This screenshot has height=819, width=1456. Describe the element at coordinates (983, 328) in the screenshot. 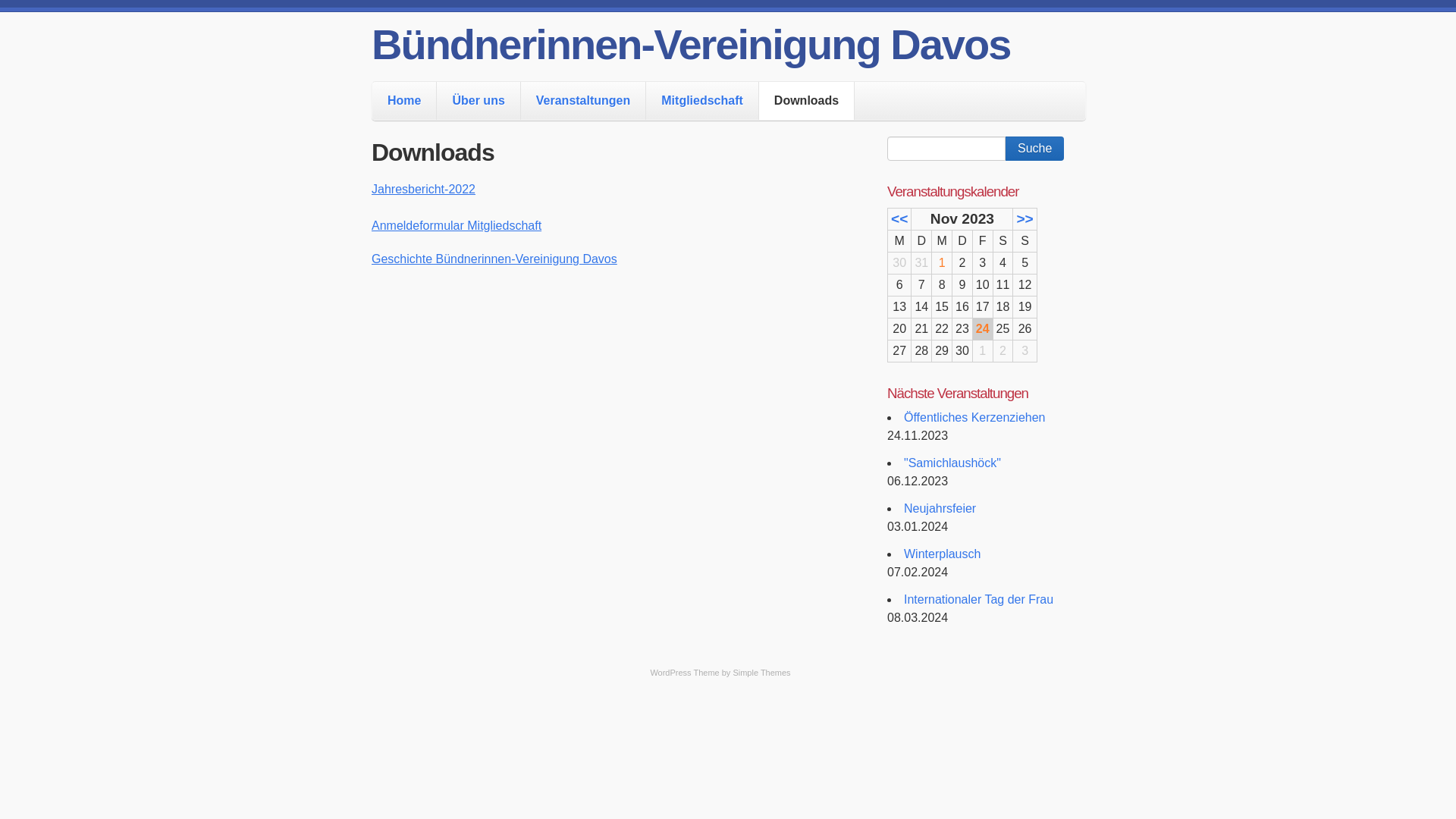

I see `'24'` at that location.